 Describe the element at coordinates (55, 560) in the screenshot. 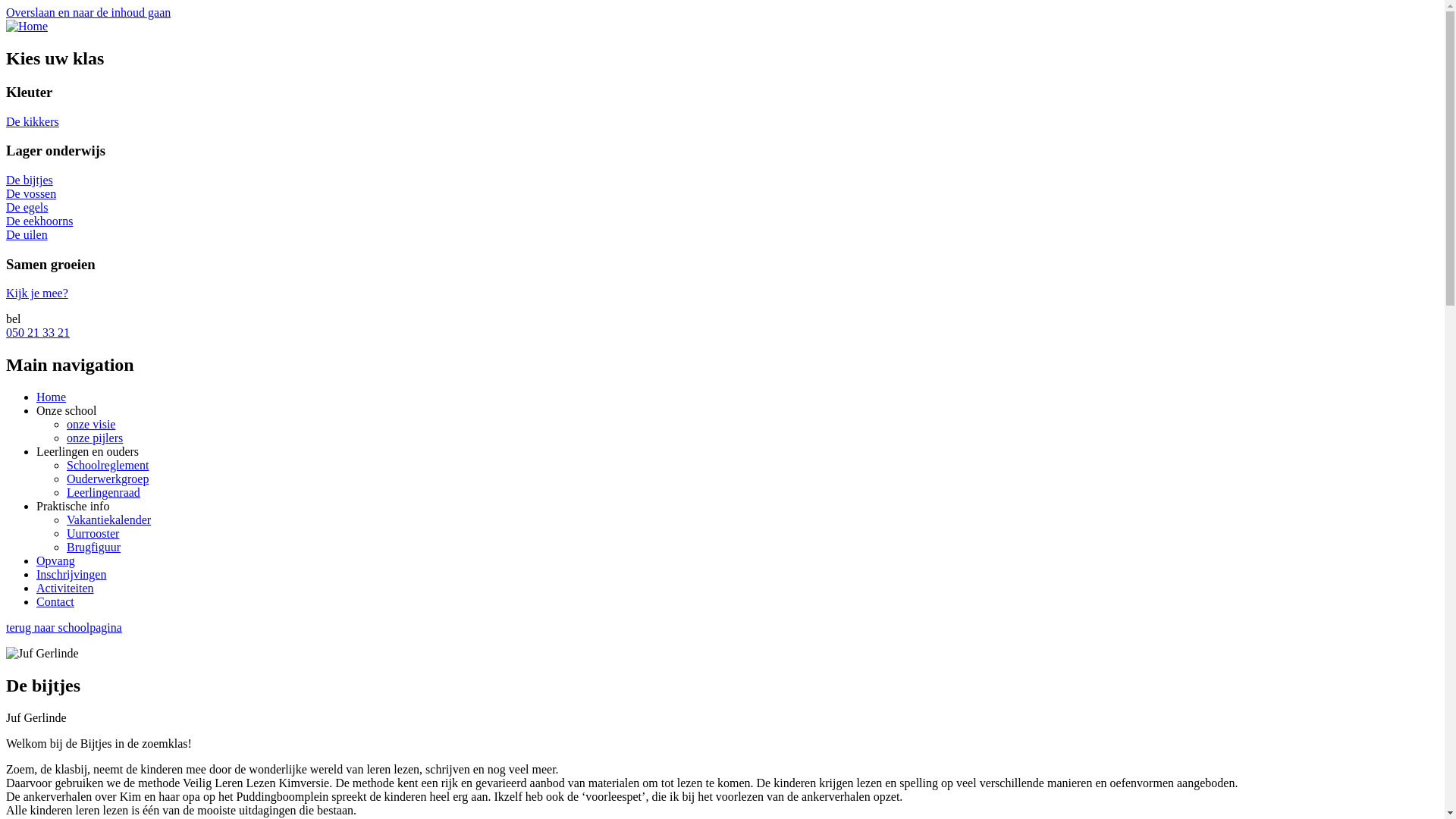

I see `'Opvang'` at that location.